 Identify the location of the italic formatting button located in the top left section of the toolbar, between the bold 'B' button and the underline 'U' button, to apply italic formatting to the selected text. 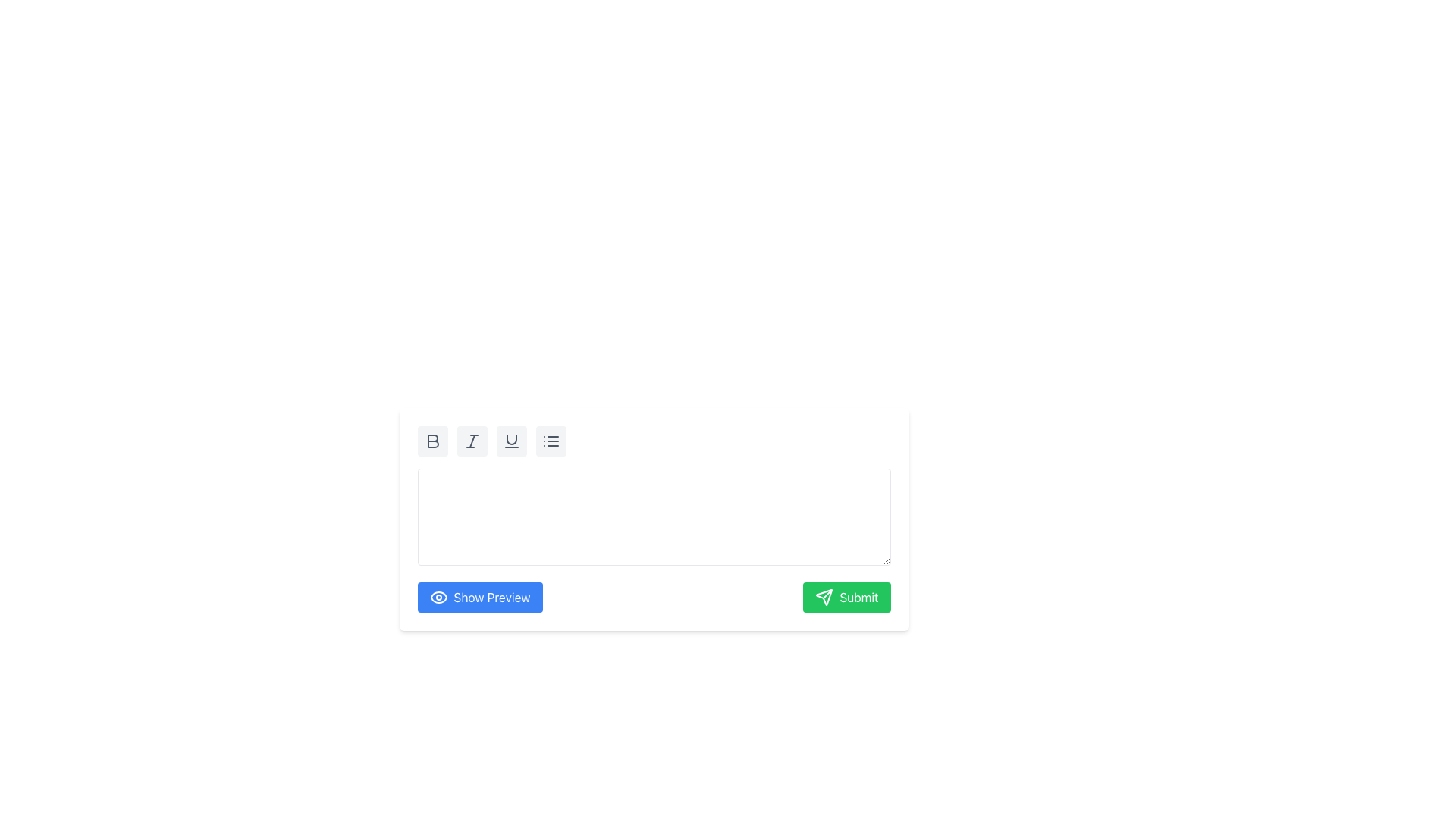
(471, 441).